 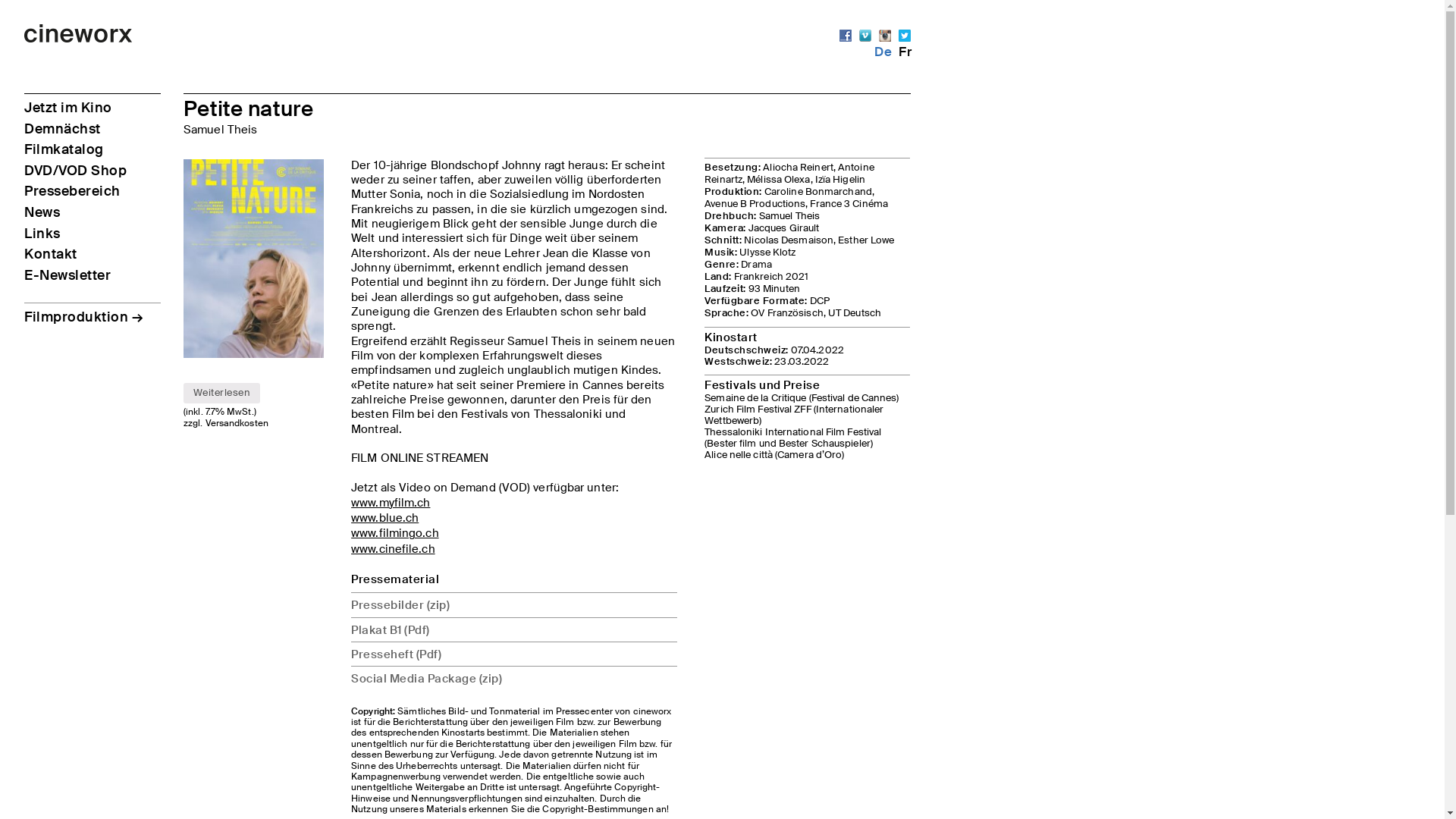 What do you see at coordinates (42, 212) in the screenshot?
I see `'News'` at bounding box center [42, 212].